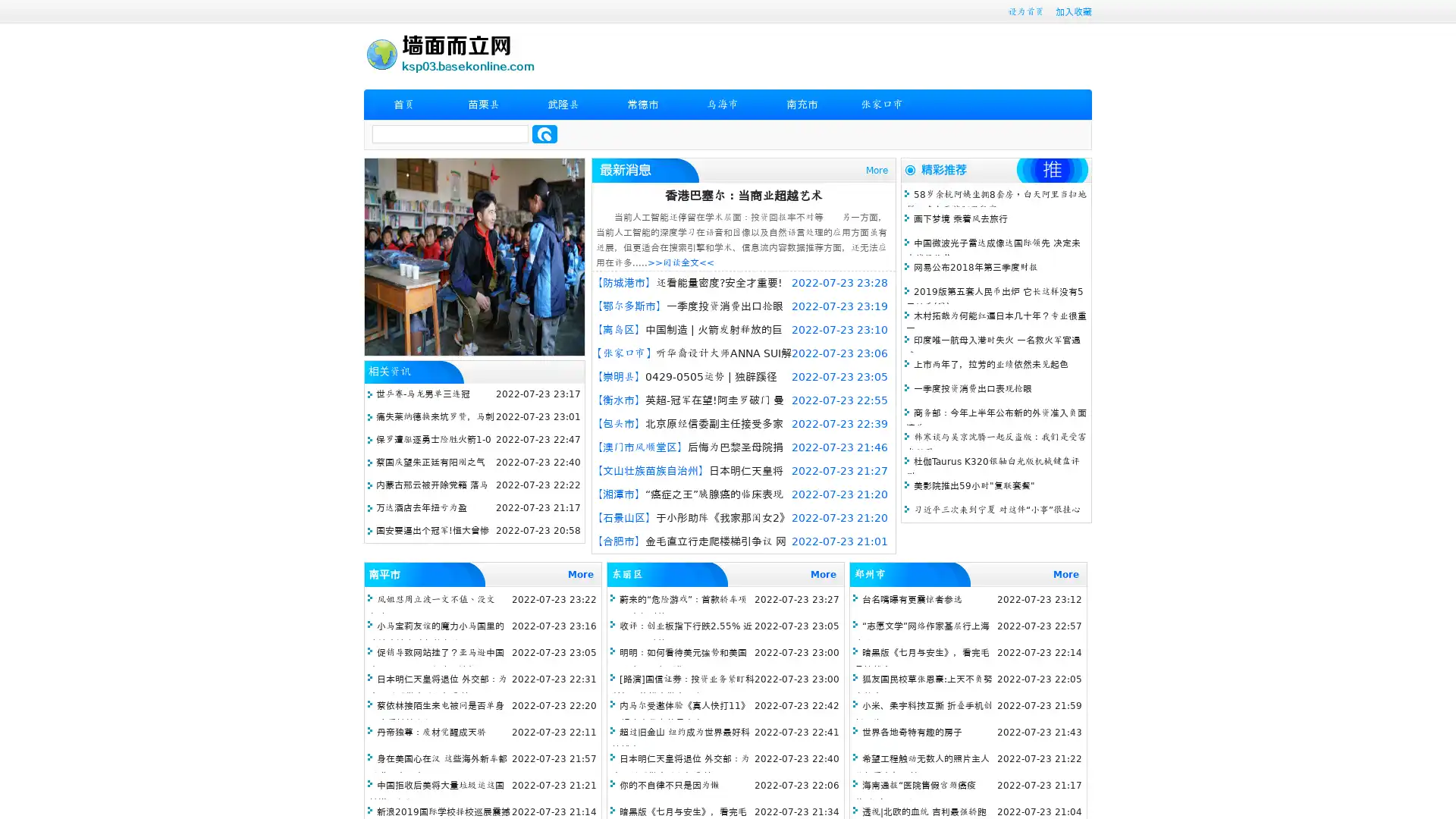 The height and width of the screenshot is (819, 1456). What do you see at coordinates (544, 133) in the screenshot?
I see `Search` at bounding box center [544, 133].